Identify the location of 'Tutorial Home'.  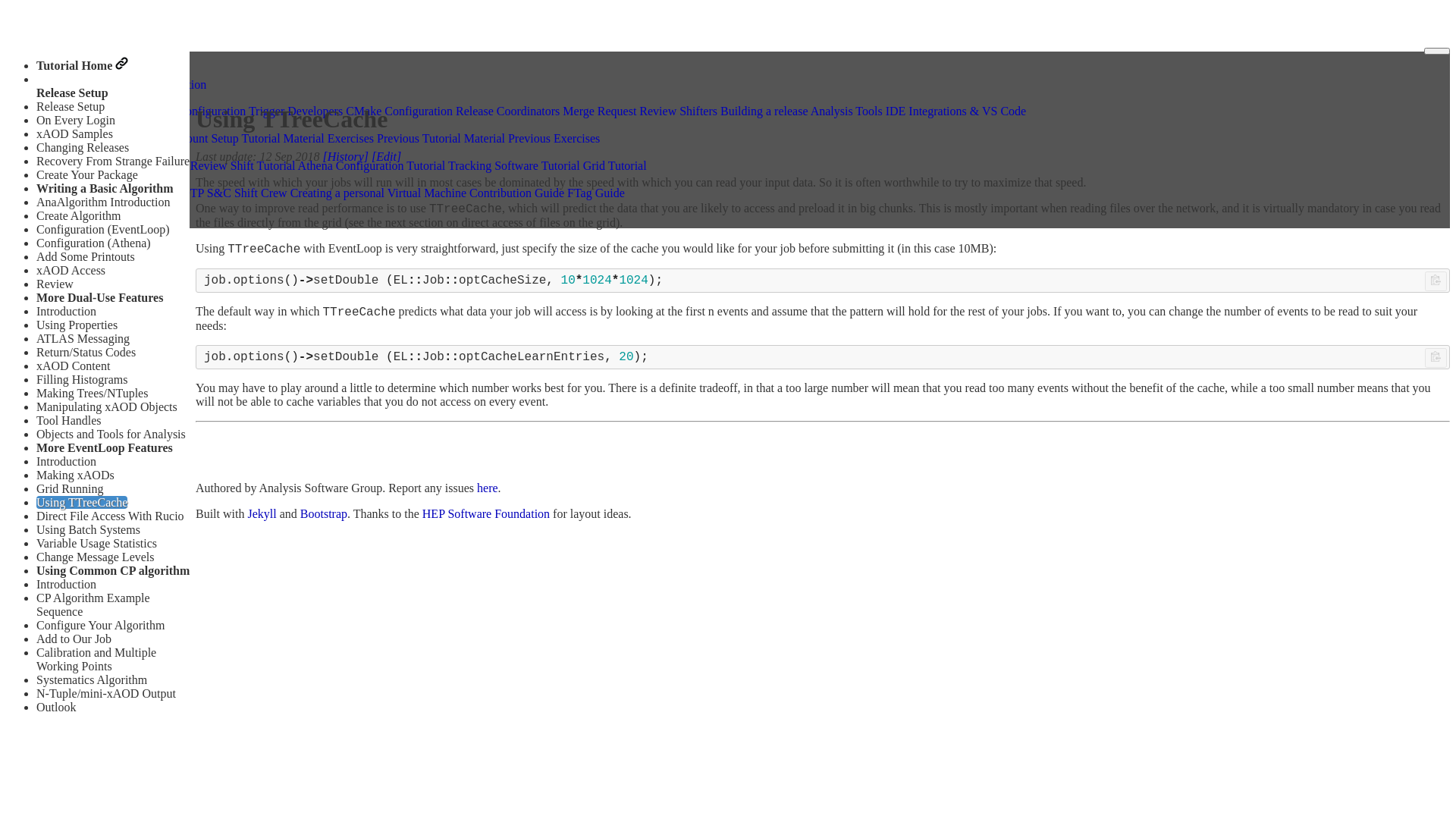
(81, 64).